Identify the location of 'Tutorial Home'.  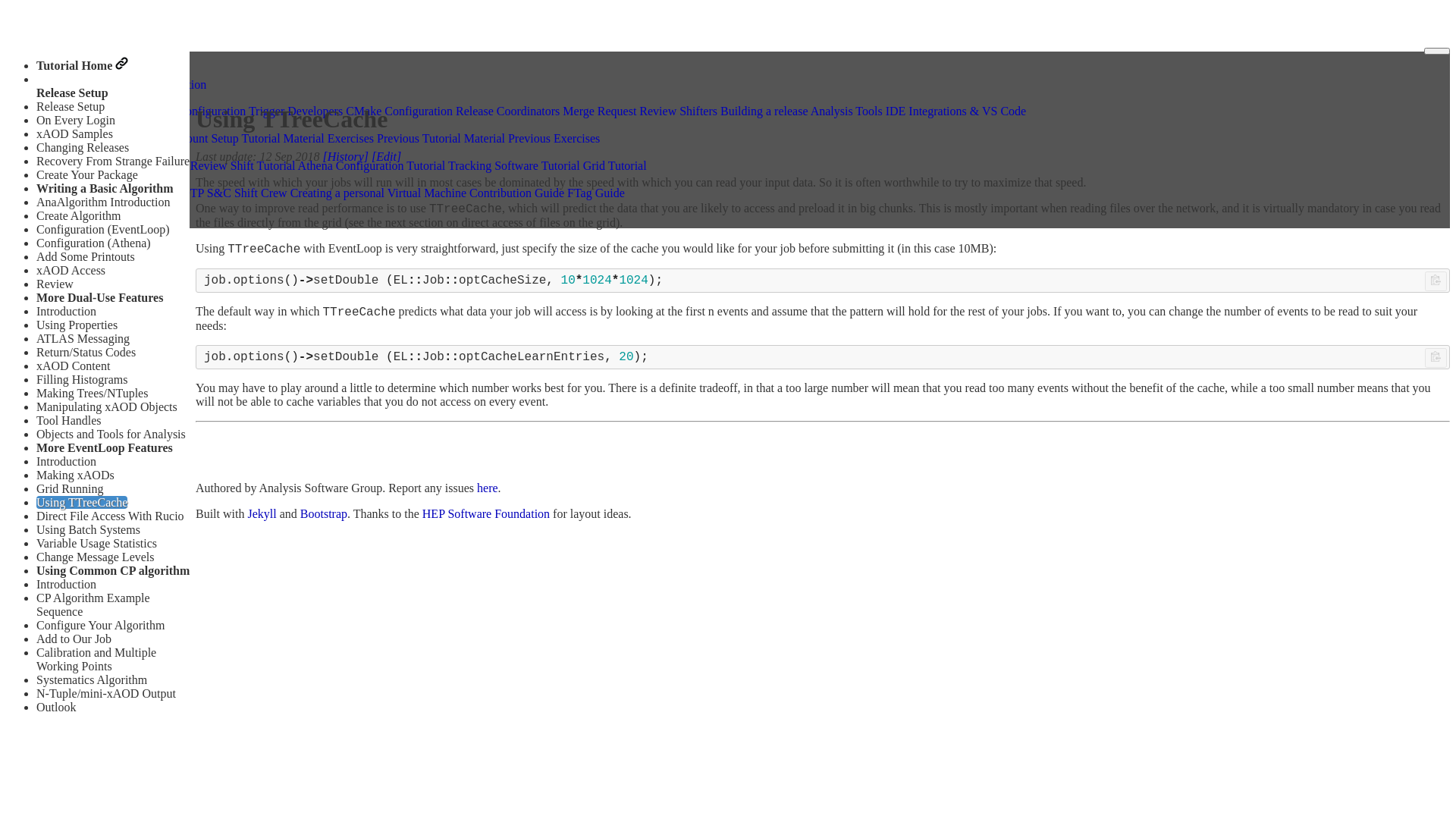
(81, 64).